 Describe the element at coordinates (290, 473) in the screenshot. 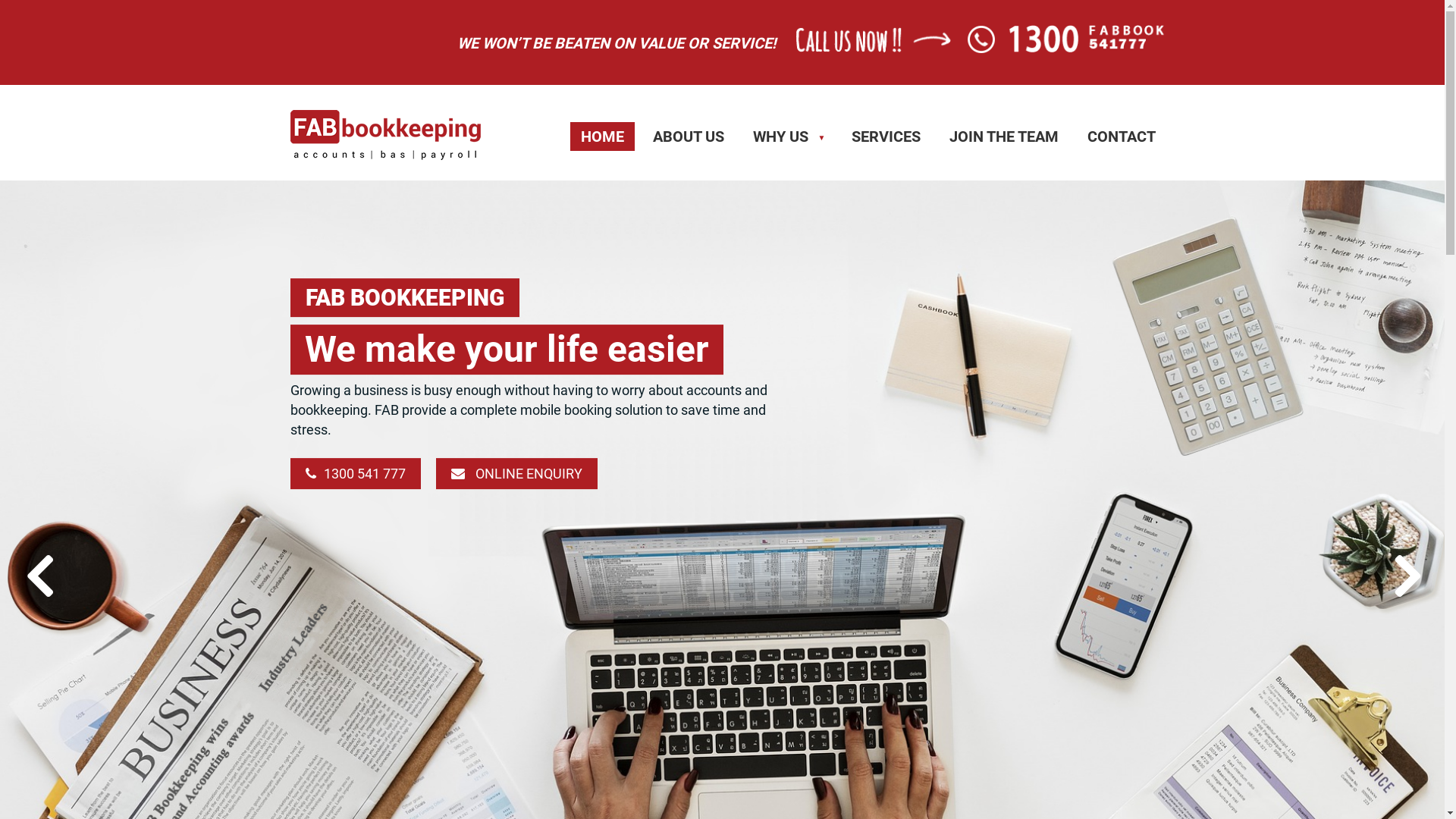

I see `'1300 541 777'` at that location.